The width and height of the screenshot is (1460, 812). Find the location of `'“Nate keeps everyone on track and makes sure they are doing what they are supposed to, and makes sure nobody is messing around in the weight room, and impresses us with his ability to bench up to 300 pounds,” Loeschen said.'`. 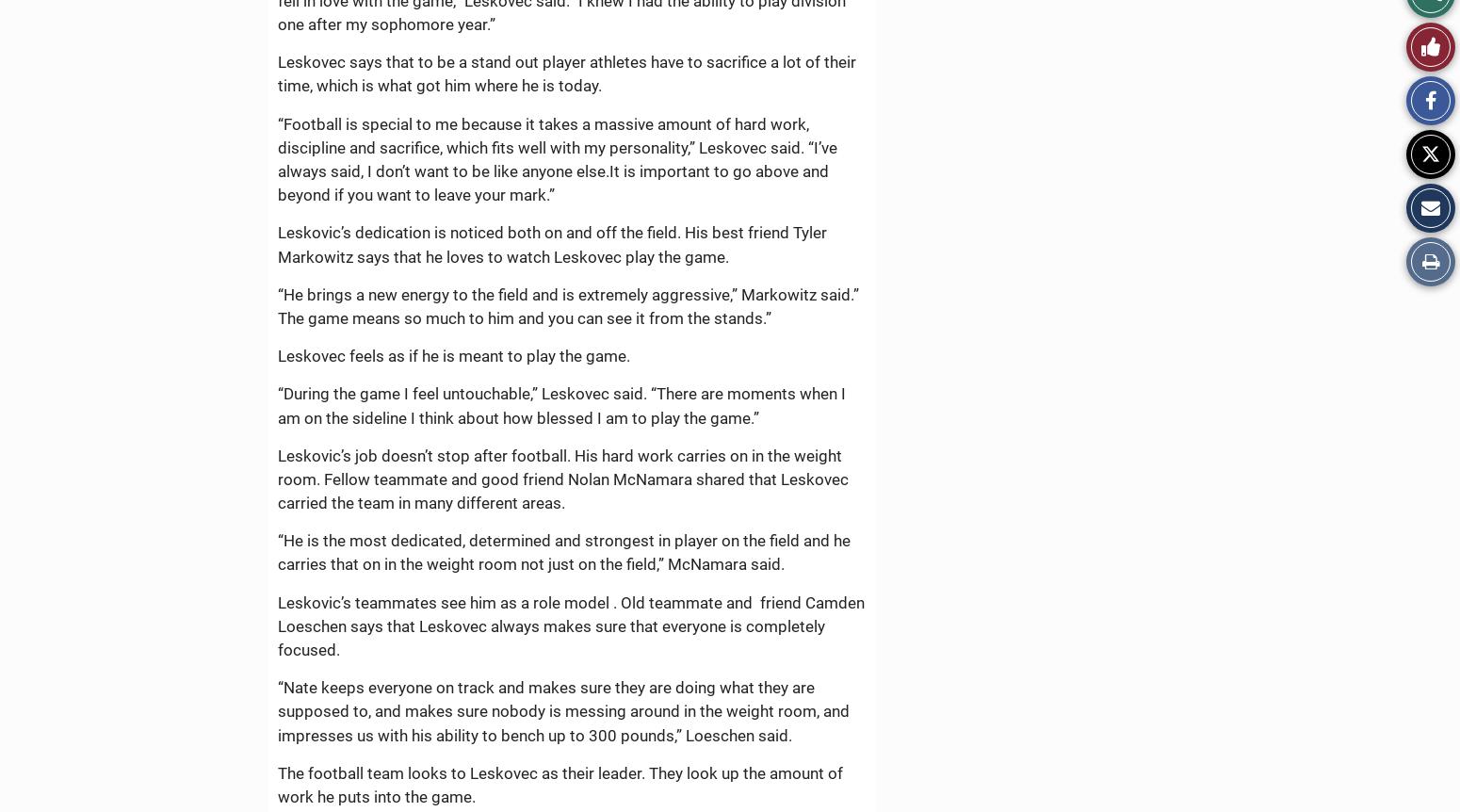

'“Nate keeps everyone on track and makes sure they are doing what they are supposed to, and makes sure nobody is messing around in the weight room, and impresses us with his ability to bench up to 300 pounds,” Loeschen said.' is located at coordinates (563, 711).